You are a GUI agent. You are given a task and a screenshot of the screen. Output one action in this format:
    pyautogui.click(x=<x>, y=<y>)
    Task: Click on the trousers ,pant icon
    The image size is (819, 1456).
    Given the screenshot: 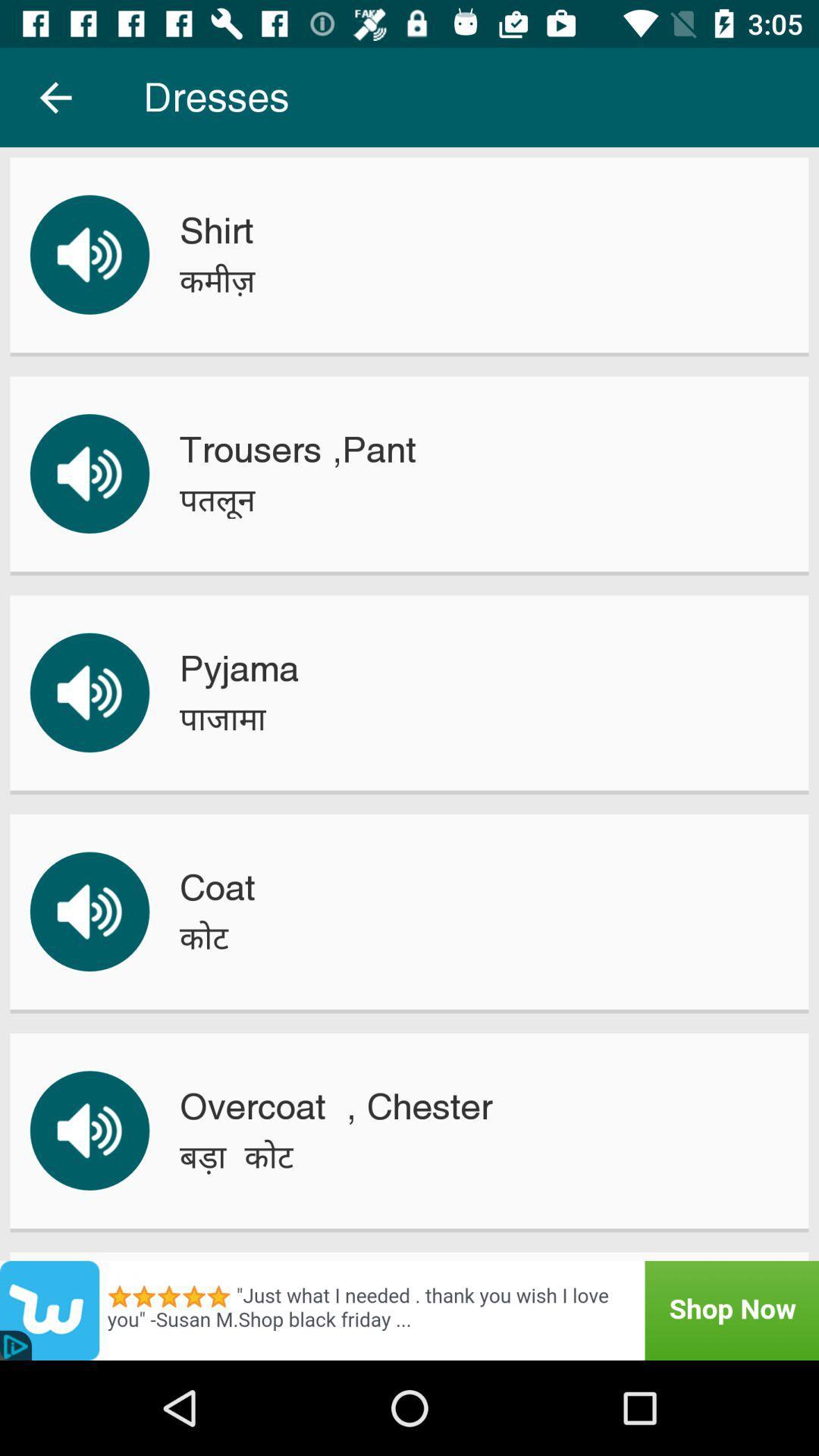 What is the action you would take?
    pyautogui.click(x=298, y=449)
    